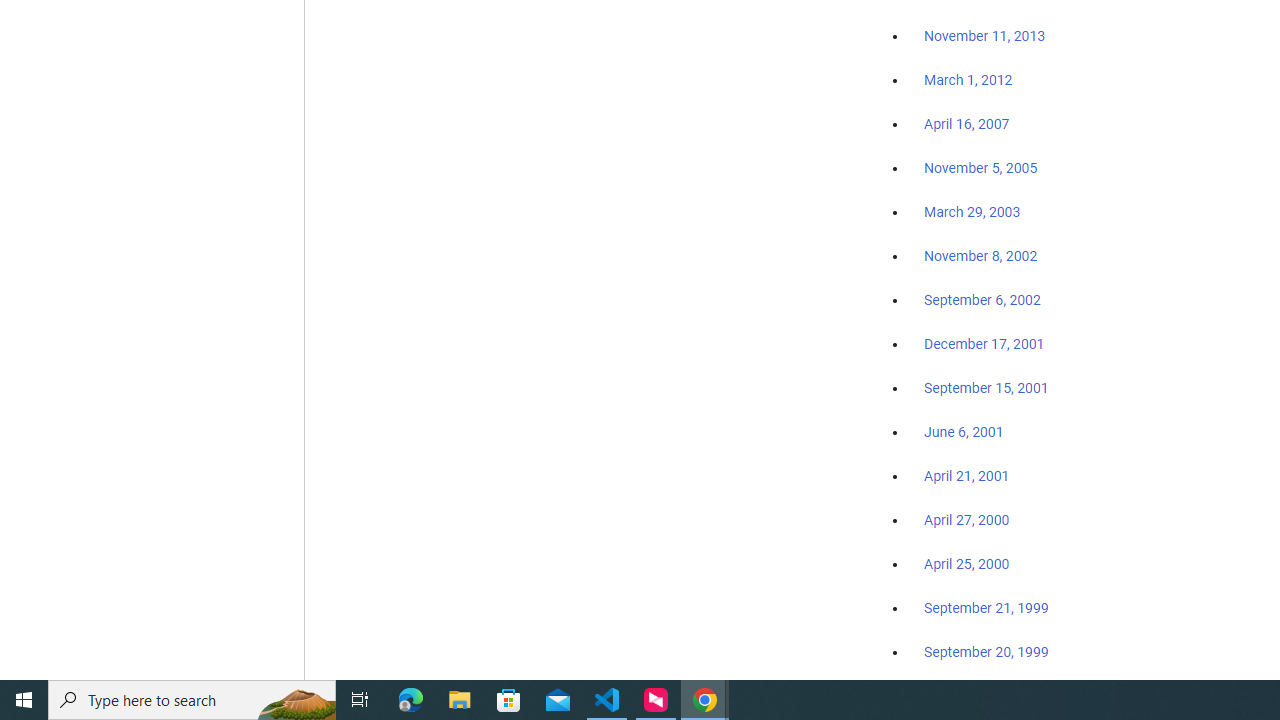 The height and width of the screenshot is (720, 1280). Describe the element at coordinates (984, 342) in the screenshot. I see `'December 17, 2001'` at that location.